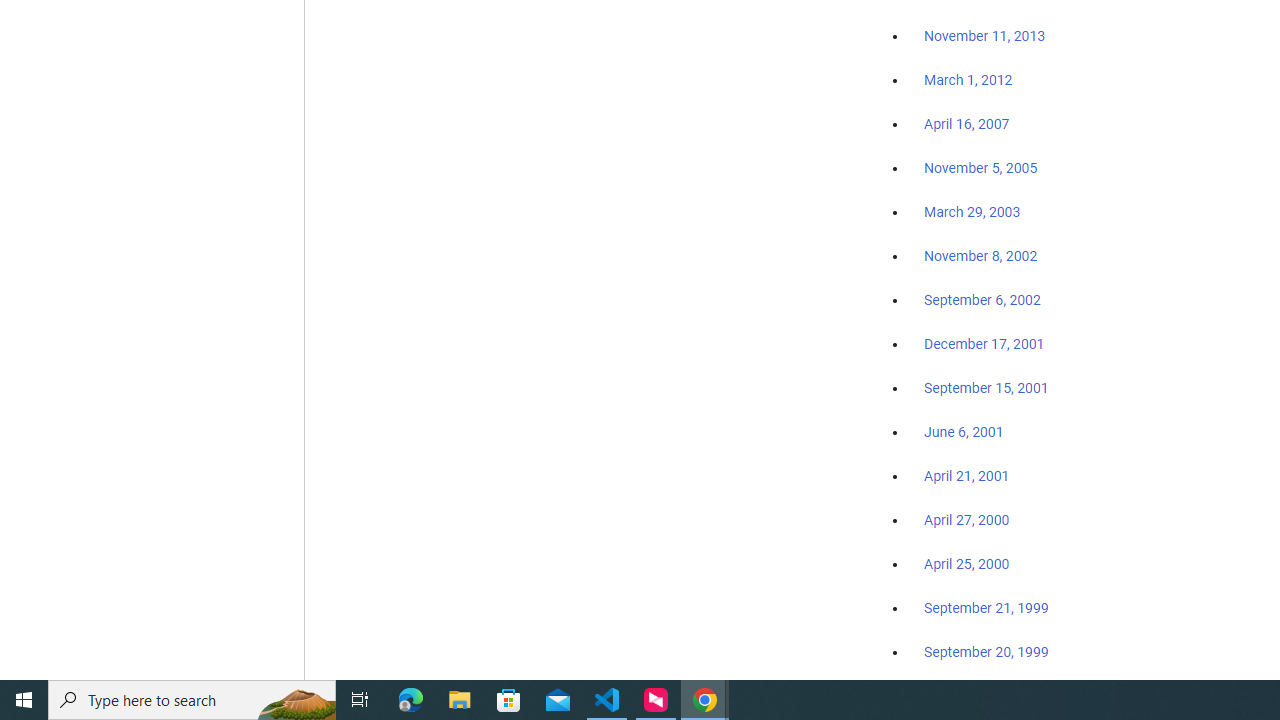 The height and width of the screenshot is (720, 1280). Describe the element at coordinates (984, 342) in the screenshot. I see `'December 17, 2001'` at that location.